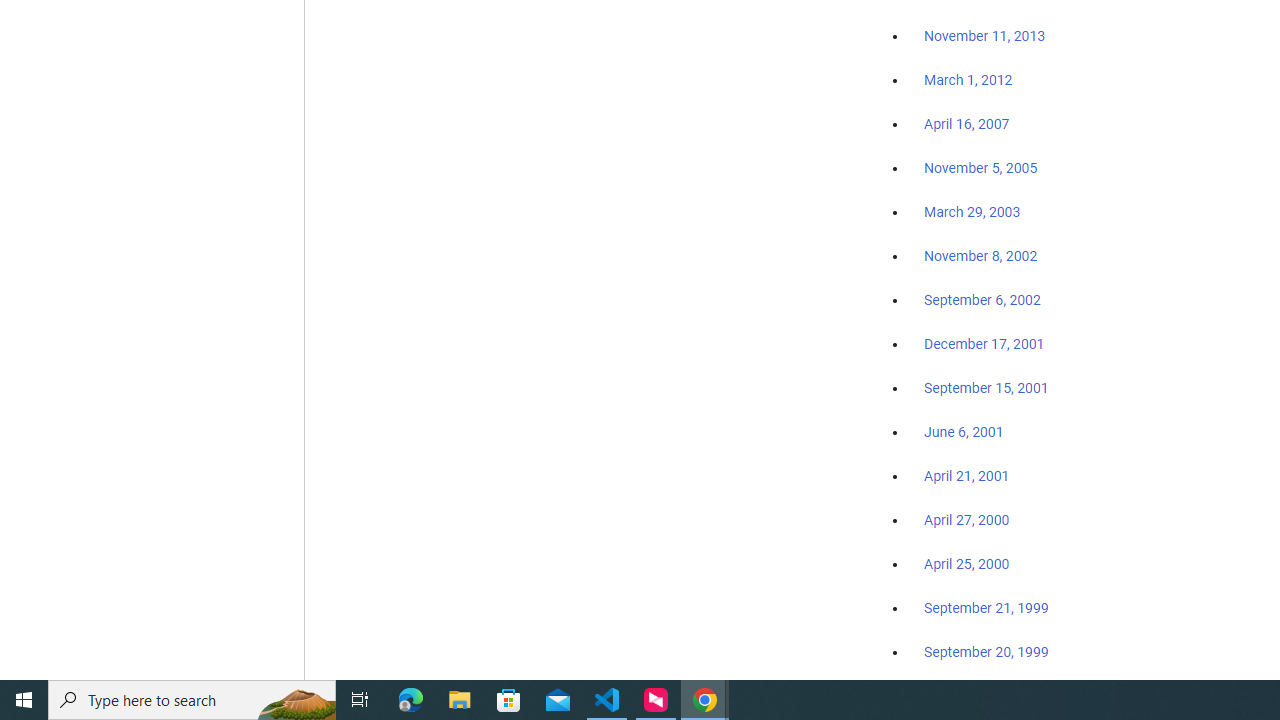 The height and width of the screenshot is (720, 1280). Describe the element at coordinates (984, 342) in the screenshot. I see `'December 17, 2001'` at that location.